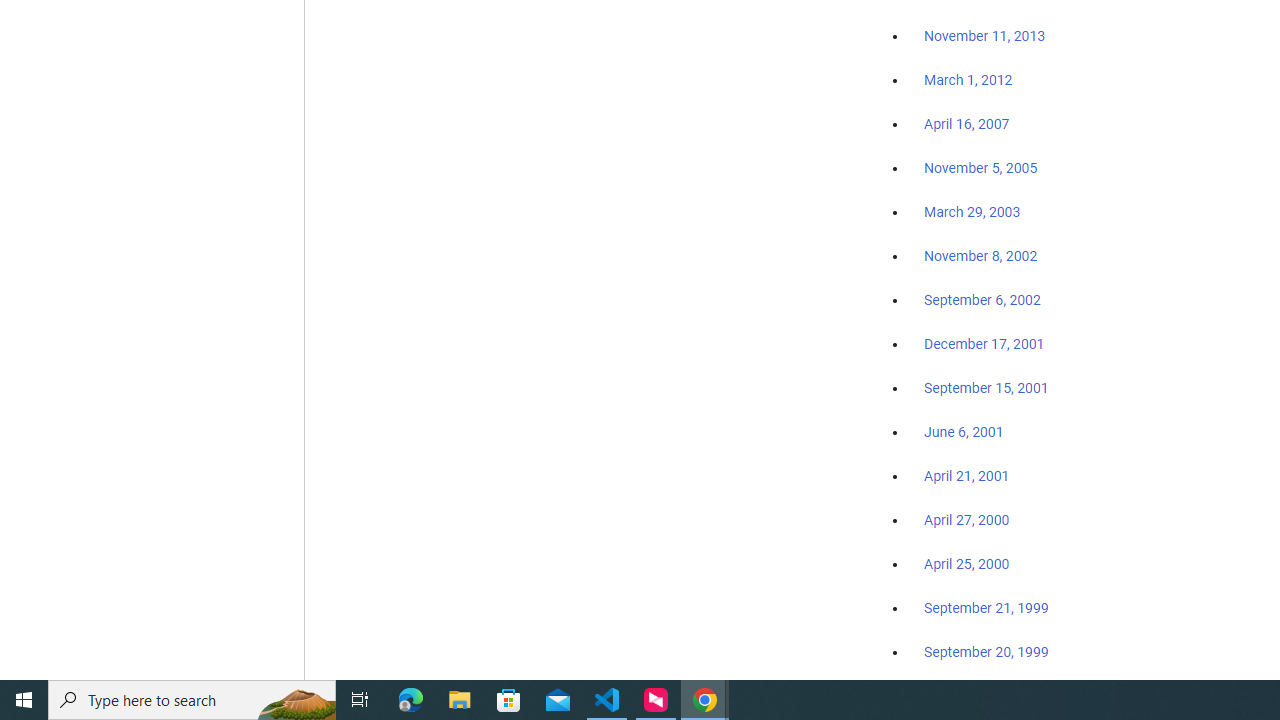 The height and width of the screenshot is (720, 1280). Describe the element at coordinates (984, 342) in the screenshot. I see `'December 17, 2001'` at that location.